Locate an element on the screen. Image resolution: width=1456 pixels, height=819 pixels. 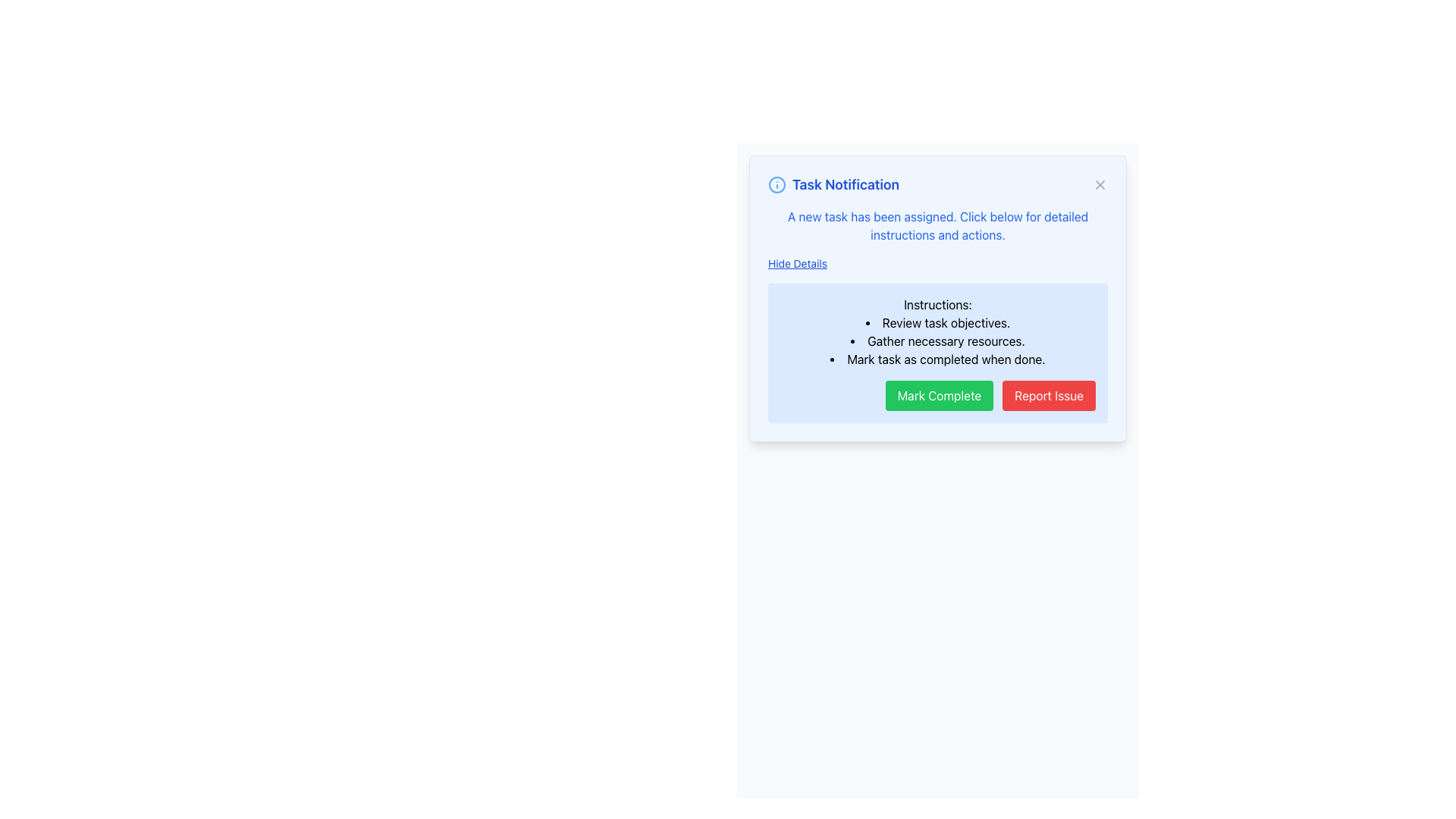
the informational alert icon located in the top-left section of the notification card, adjacent to the main text title 'Task Notification' is located at coordinates (777, 184).